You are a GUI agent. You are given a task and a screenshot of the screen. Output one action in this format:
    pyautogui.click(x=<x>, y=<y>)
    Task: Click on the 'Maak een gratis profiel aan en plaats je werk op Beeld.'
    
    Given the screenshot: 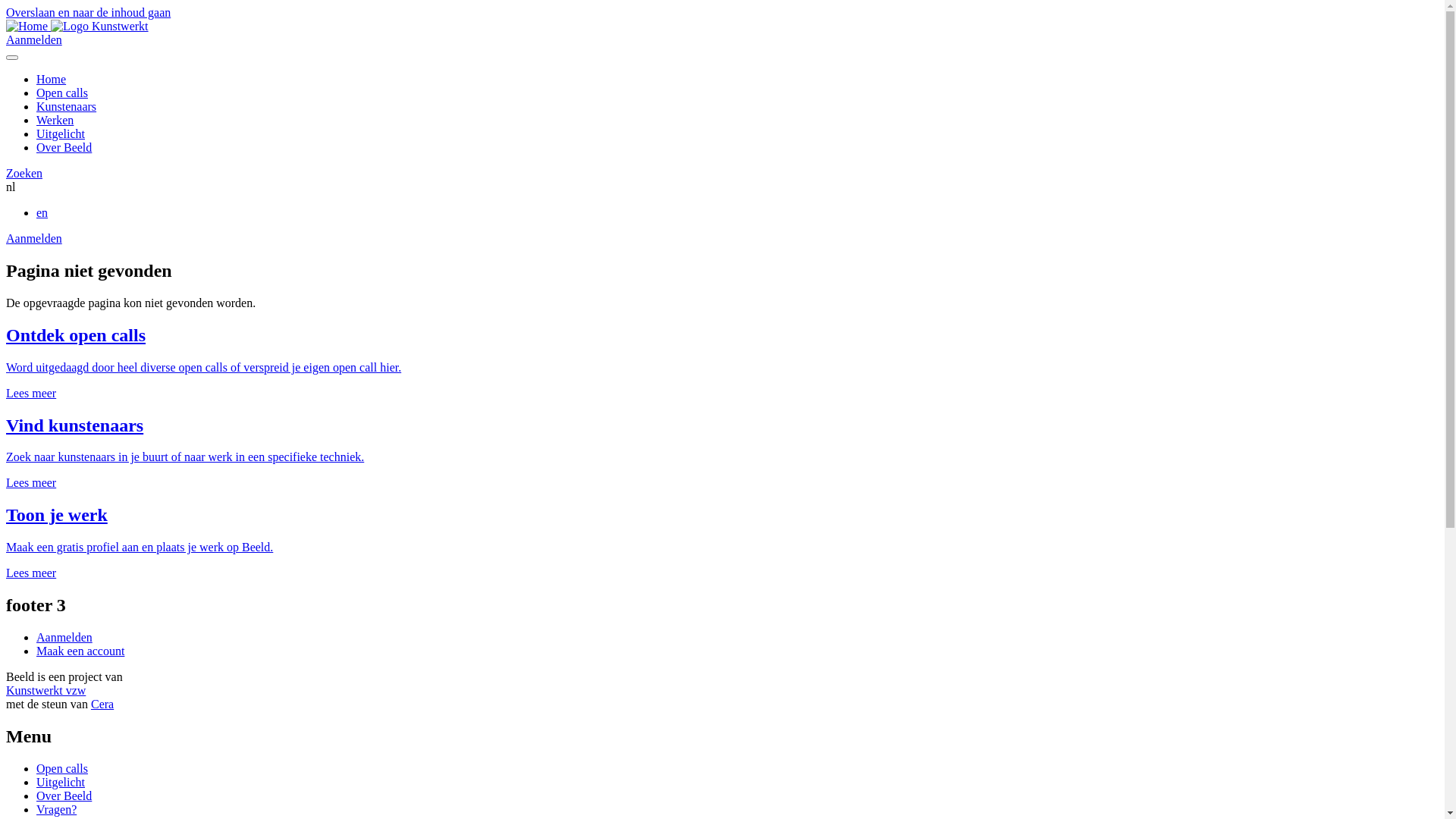 What is the action you would take?
    pyautogui.click(x=139, y=547)
    